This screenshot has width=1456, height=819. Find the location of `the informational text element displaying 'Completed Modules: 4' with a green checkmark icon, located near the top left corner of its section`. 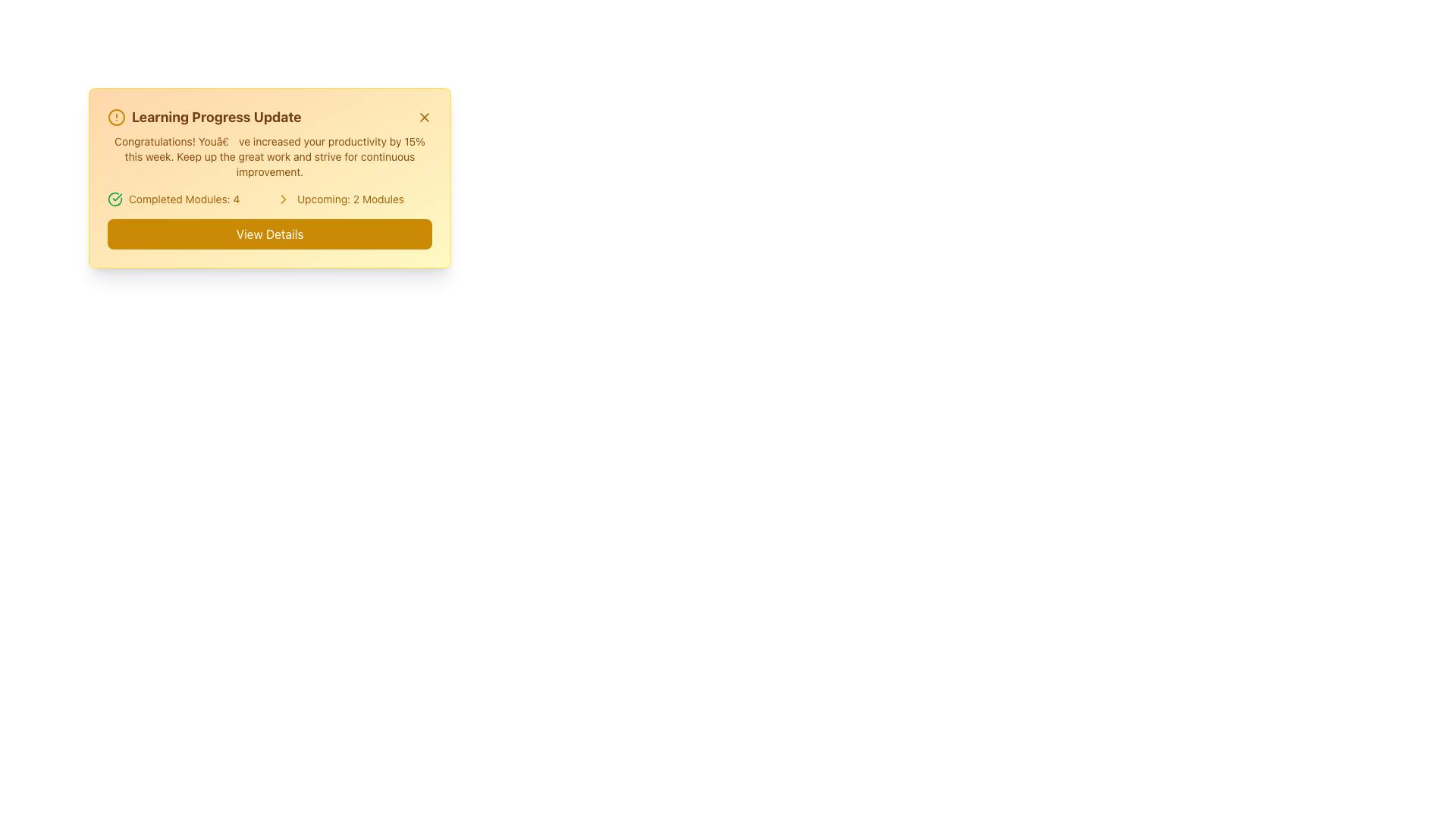

the informational text element displaying 'Completed Modules: 4' with a green checkmark icon, located near the top left corner of its section is located at coordinates (184, 198).